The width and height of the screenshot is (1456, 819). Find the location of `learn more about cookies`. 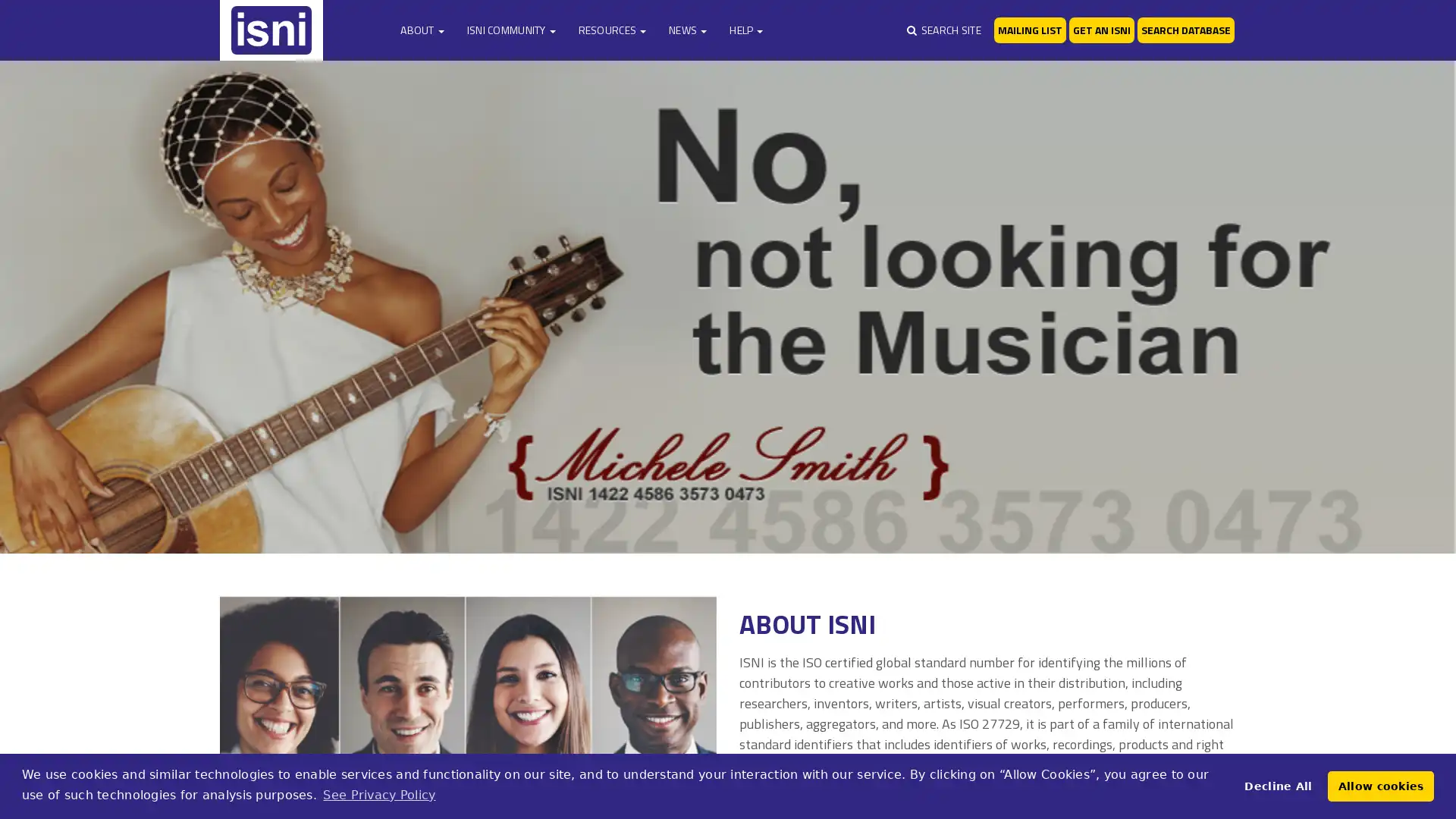

learn more about cookies is located at coordinates (378, 794).